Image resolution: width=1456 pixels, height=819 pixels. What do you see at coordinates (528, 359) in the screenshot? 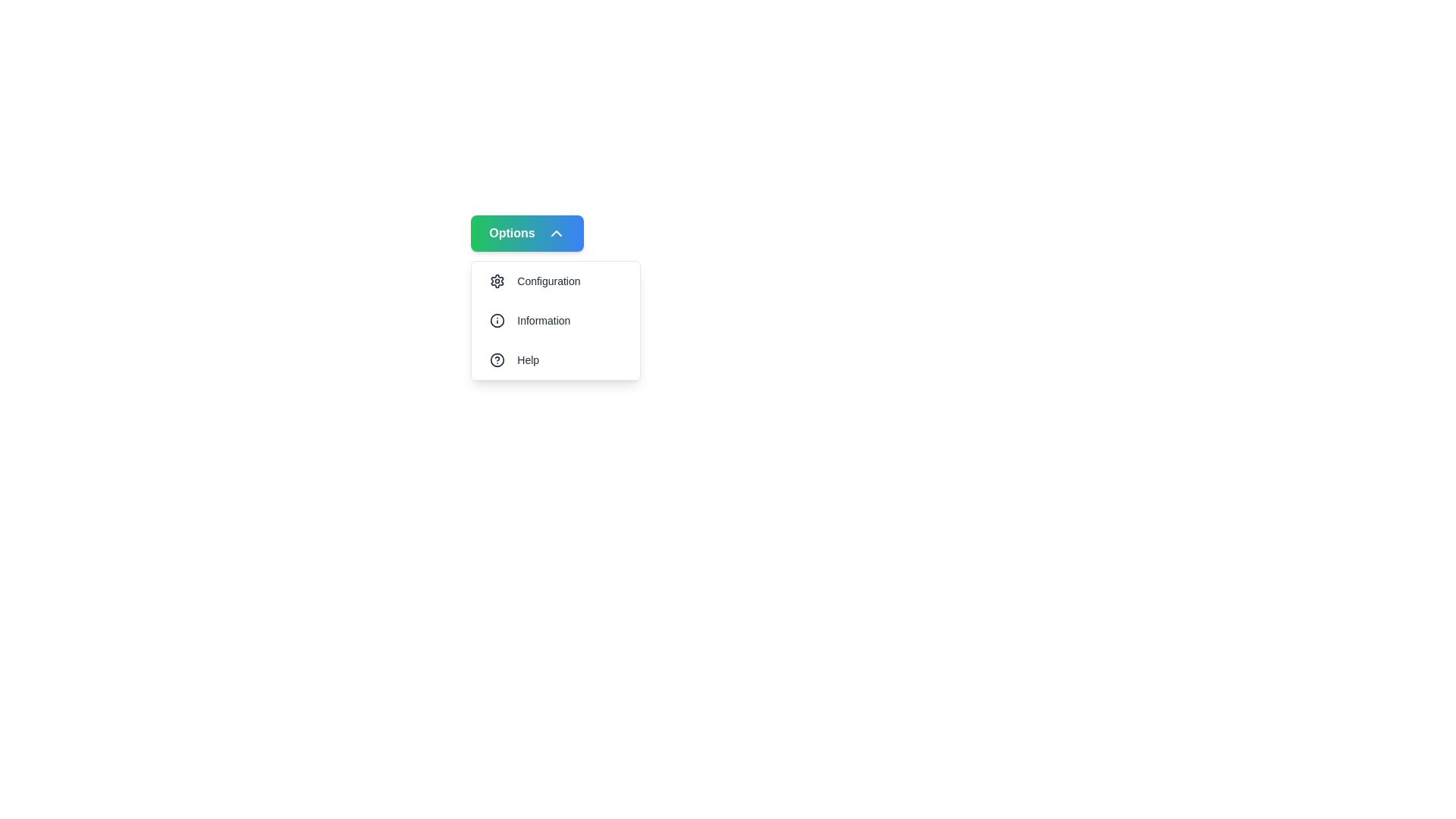
I see `the 'Help' text label element, which is displayed in medium black font and located to the right of a question mark icon` at bounding box center [528, 359].